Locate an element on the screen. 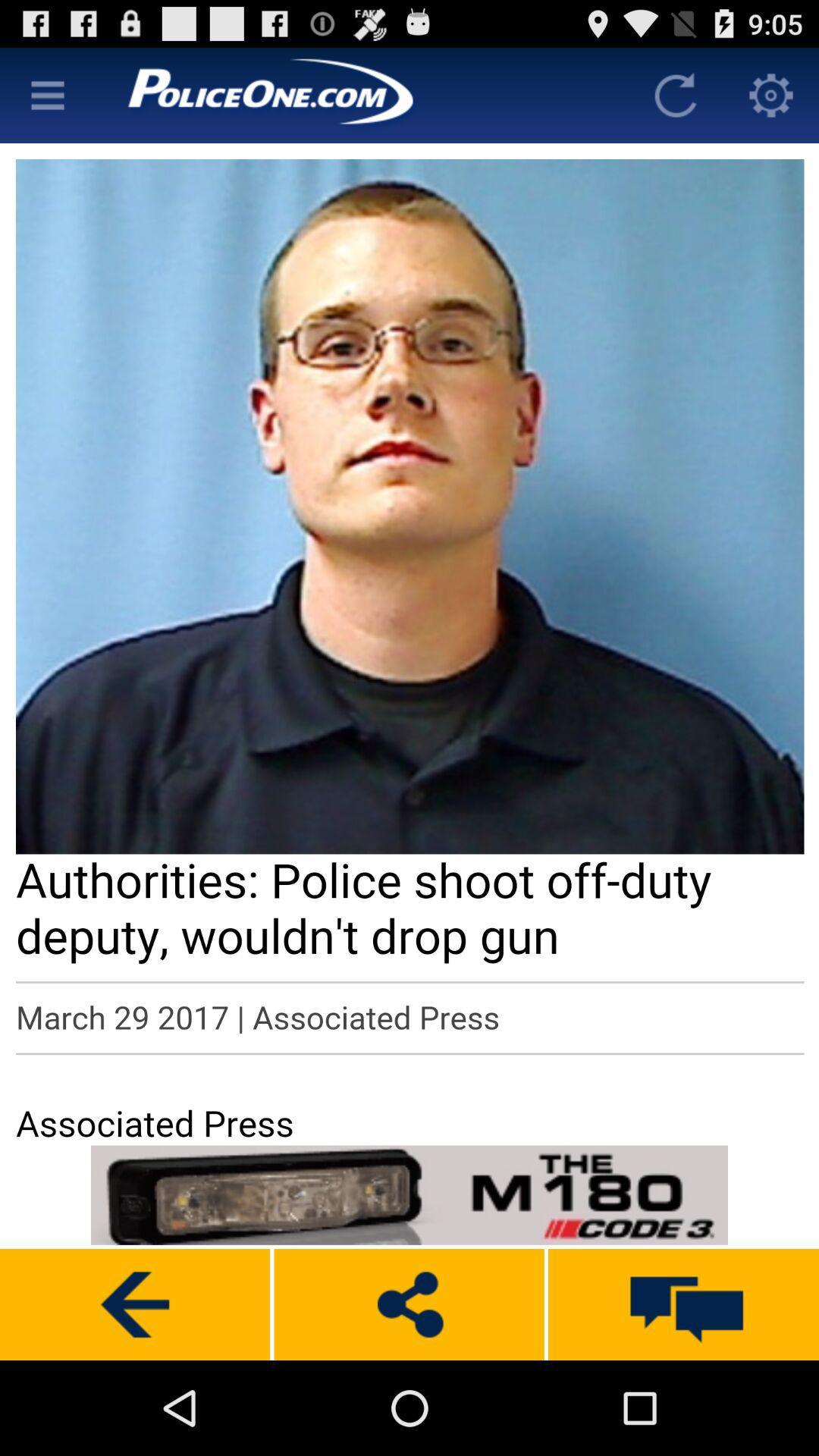 The height and width of the screenshot is (1456, 819). return to previous is located at coordinates (134, 1304).